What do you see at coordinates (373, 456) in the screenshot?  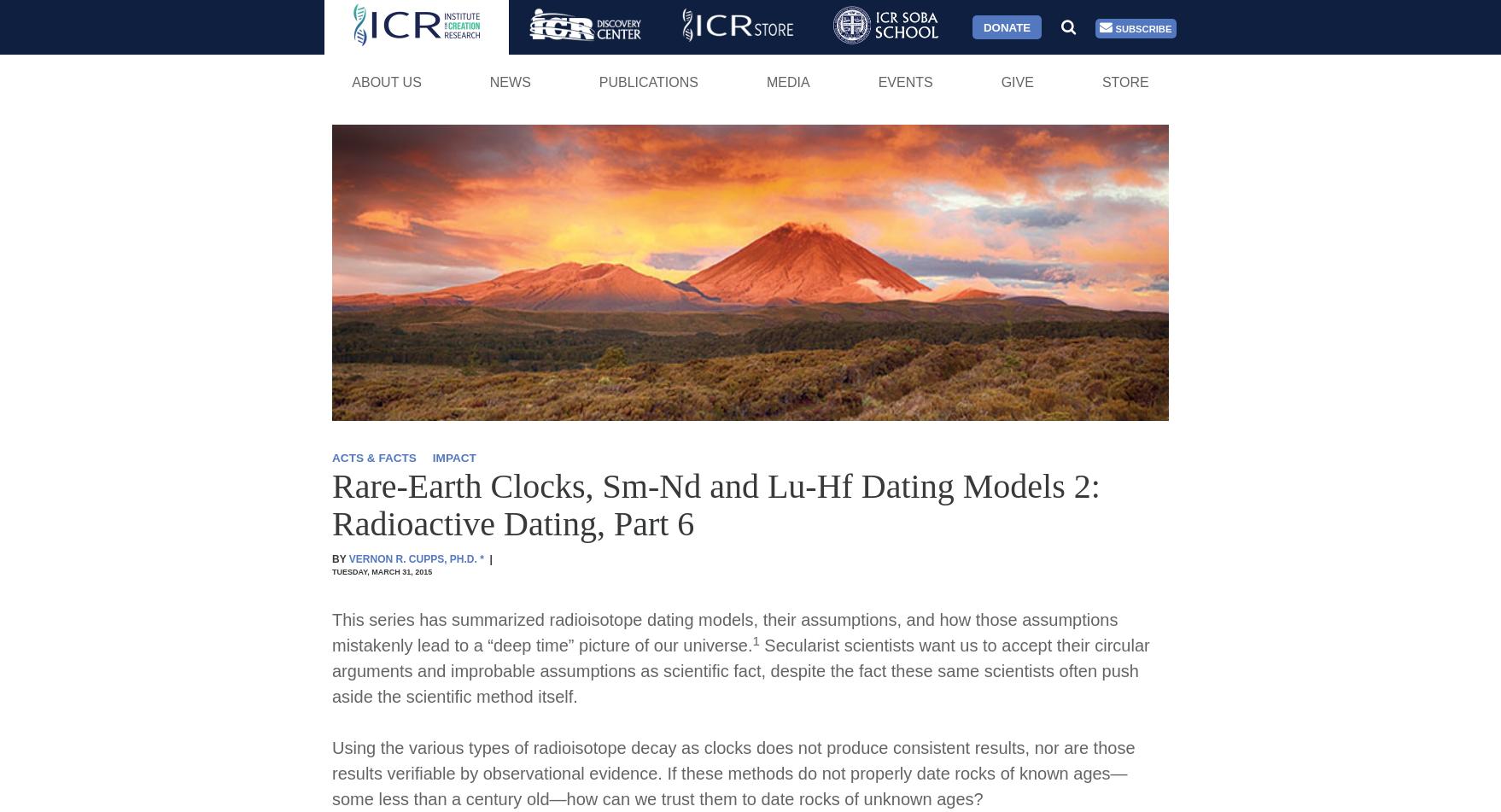 I see `'ACTS & FACTS'` at bounding box center [373, 456].